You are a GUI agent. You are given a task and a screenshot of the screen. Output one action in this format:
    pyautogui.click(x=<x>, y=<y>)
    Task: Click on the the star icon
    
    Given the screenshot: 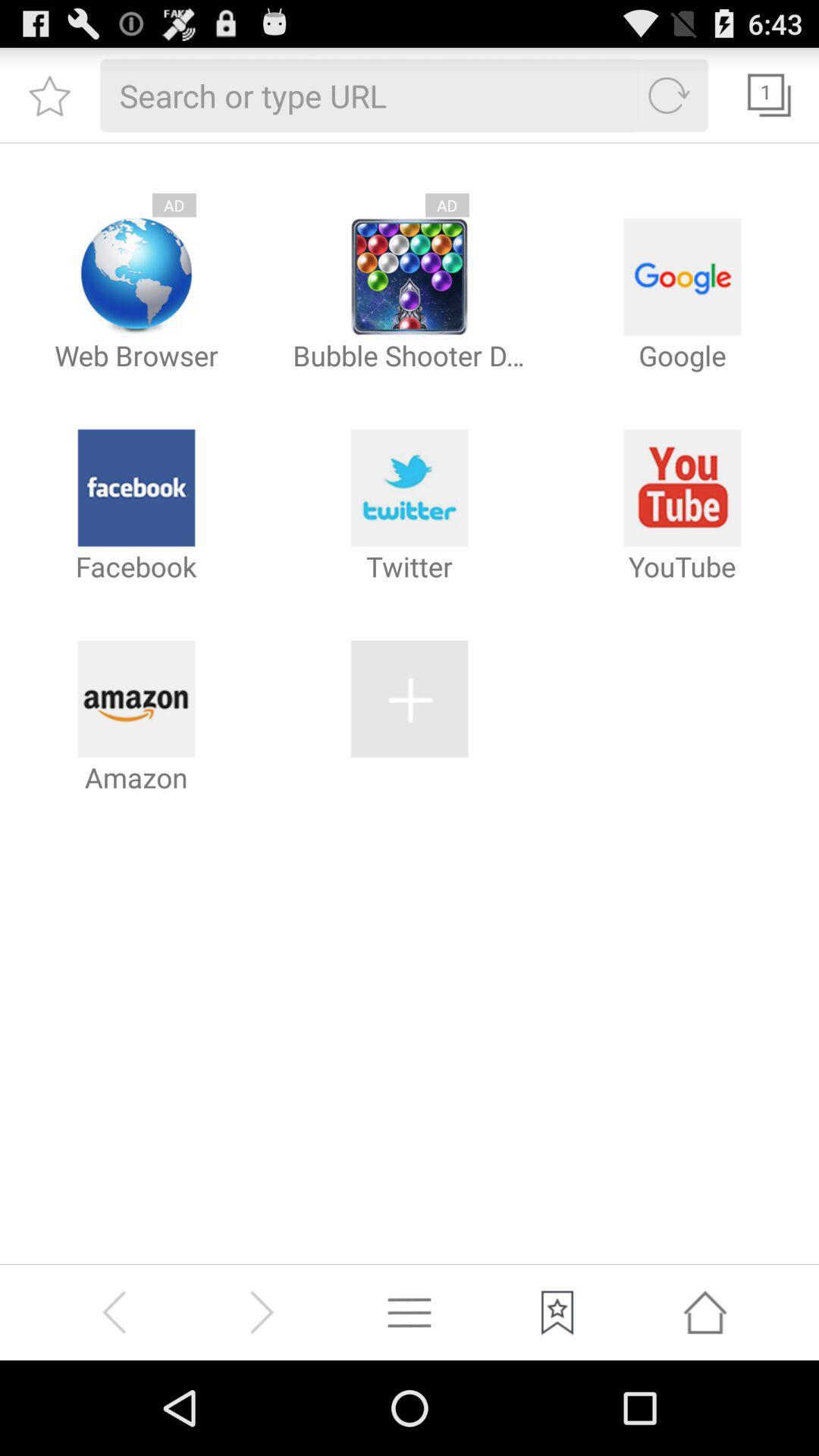 What is the action you would take?
    pyautogui.click(x=49, y=101)
    